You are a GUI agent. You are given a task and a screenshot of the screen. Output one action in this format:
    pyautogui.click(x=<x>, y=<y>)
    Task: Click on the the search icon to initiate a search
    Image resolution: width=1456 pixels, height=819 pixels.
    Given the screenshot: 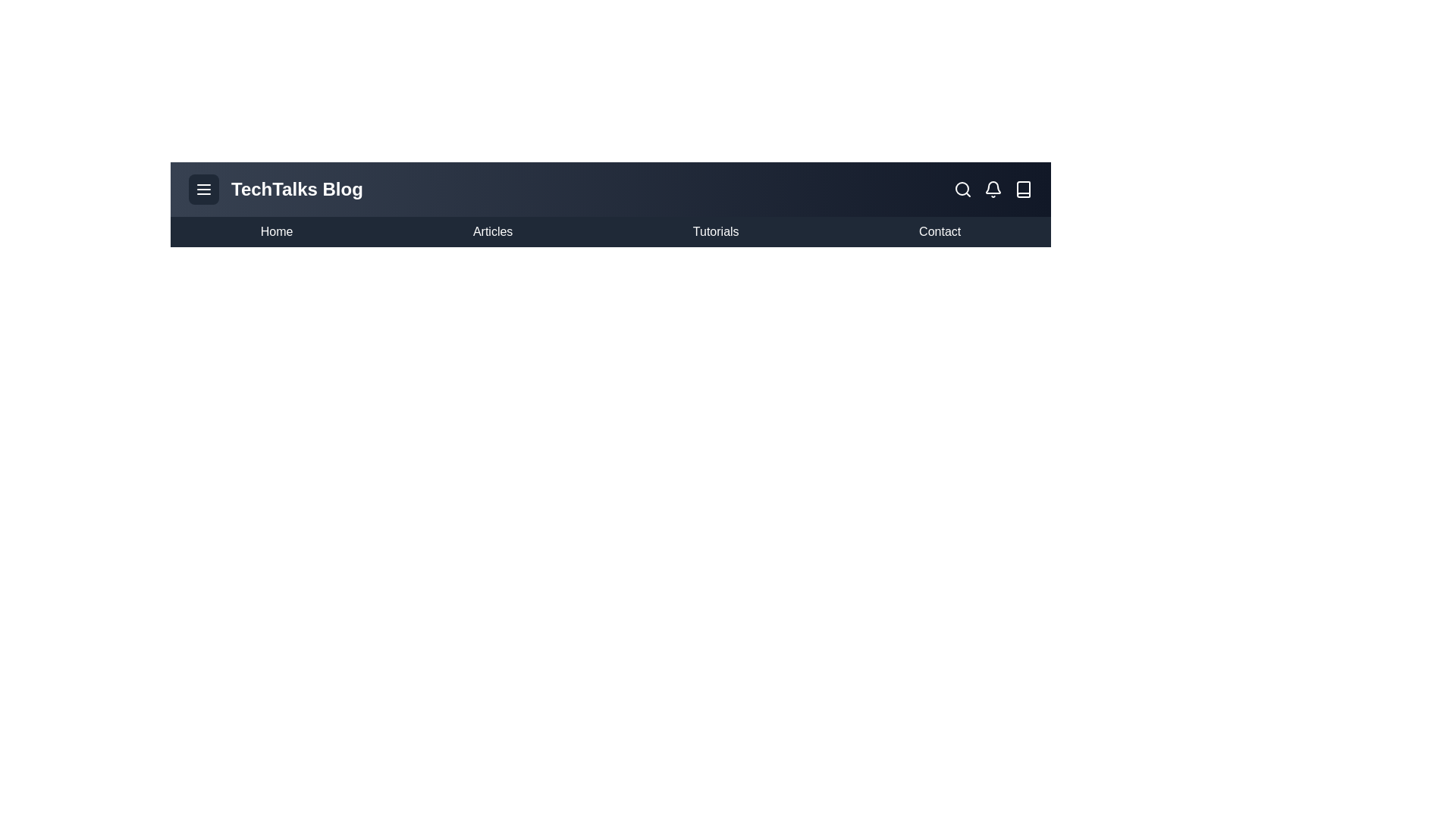 What is the action you would take?
    pyautogui.click(x=962, y=189)
    